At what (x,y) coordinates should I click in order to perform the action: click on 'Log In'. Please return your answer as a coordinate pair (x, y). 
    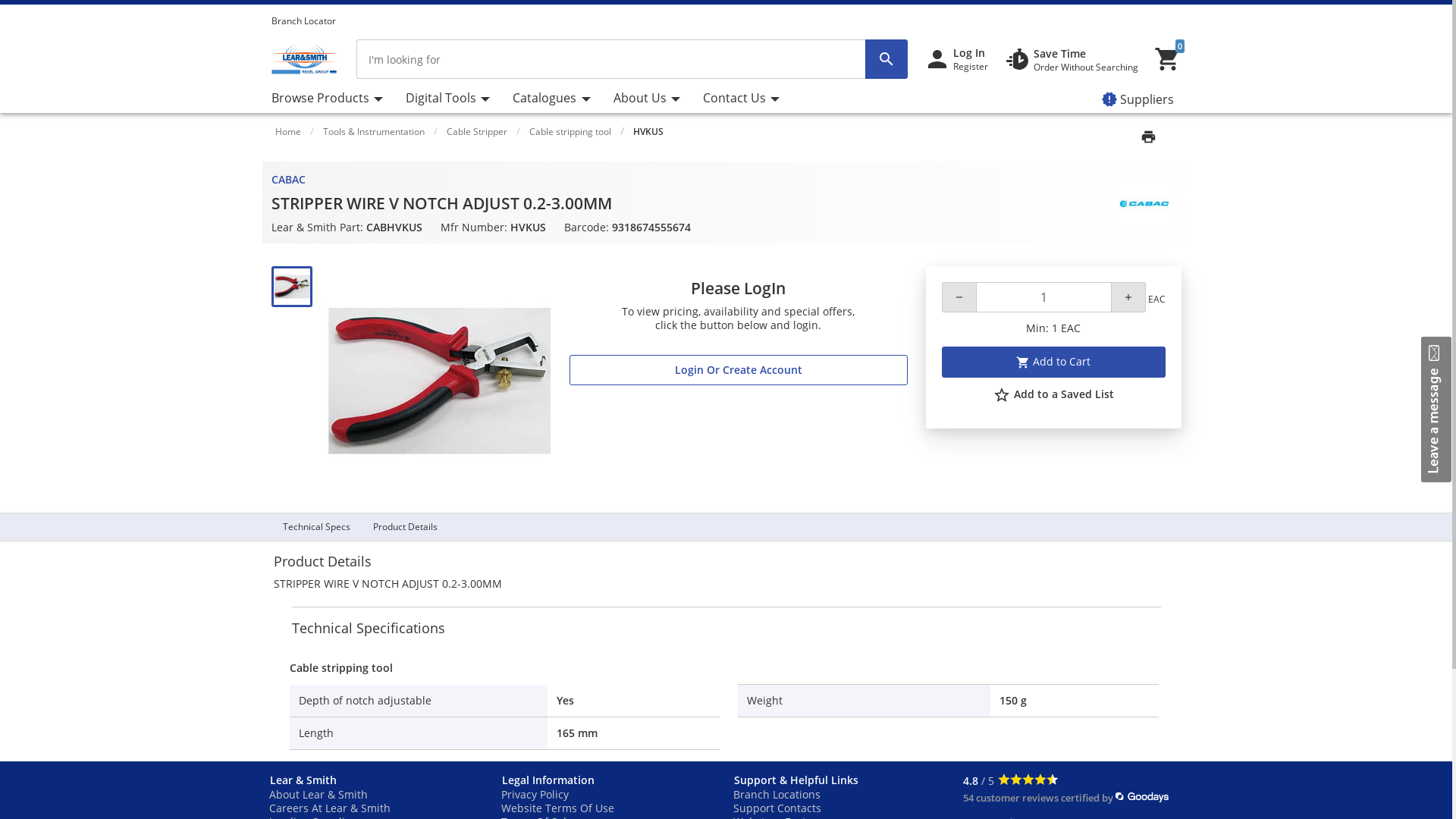
    Looking at the image, I should click on (967, 52).